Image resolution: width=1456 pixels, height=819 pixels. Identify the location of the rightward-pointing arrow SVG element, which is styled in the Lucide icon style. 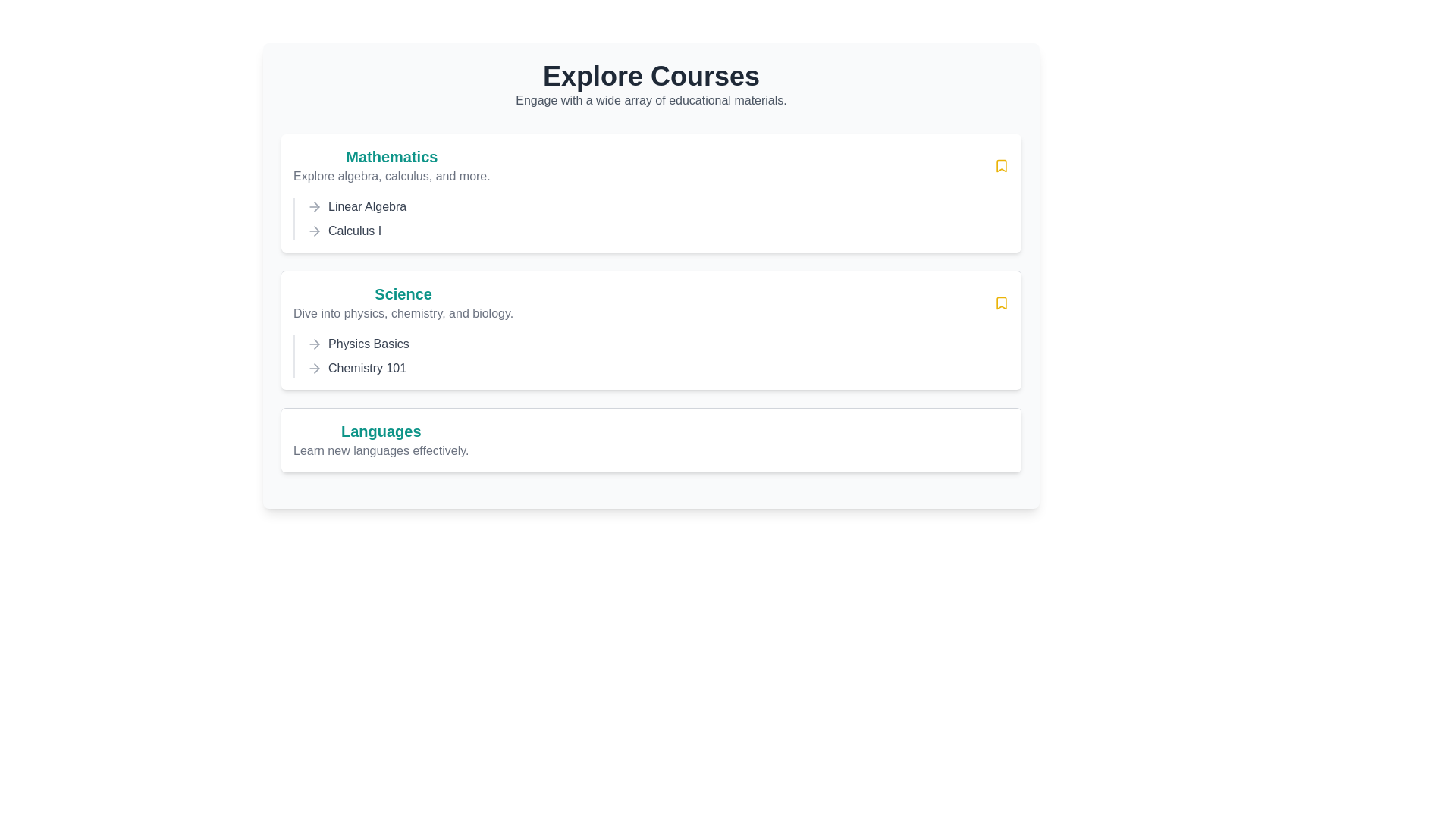
(315, 231).